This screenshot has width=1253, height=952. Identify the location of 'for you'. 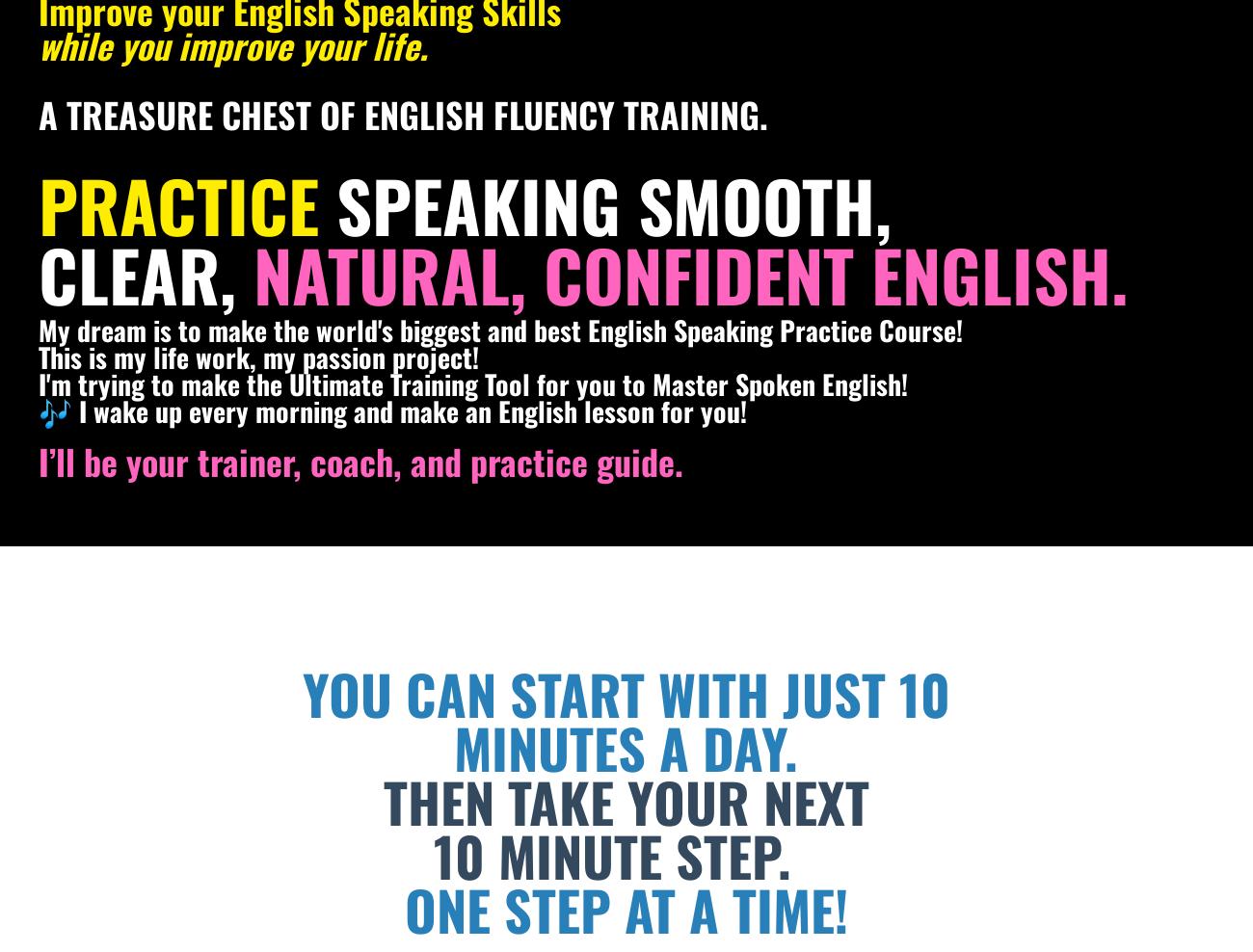
(576, 383).